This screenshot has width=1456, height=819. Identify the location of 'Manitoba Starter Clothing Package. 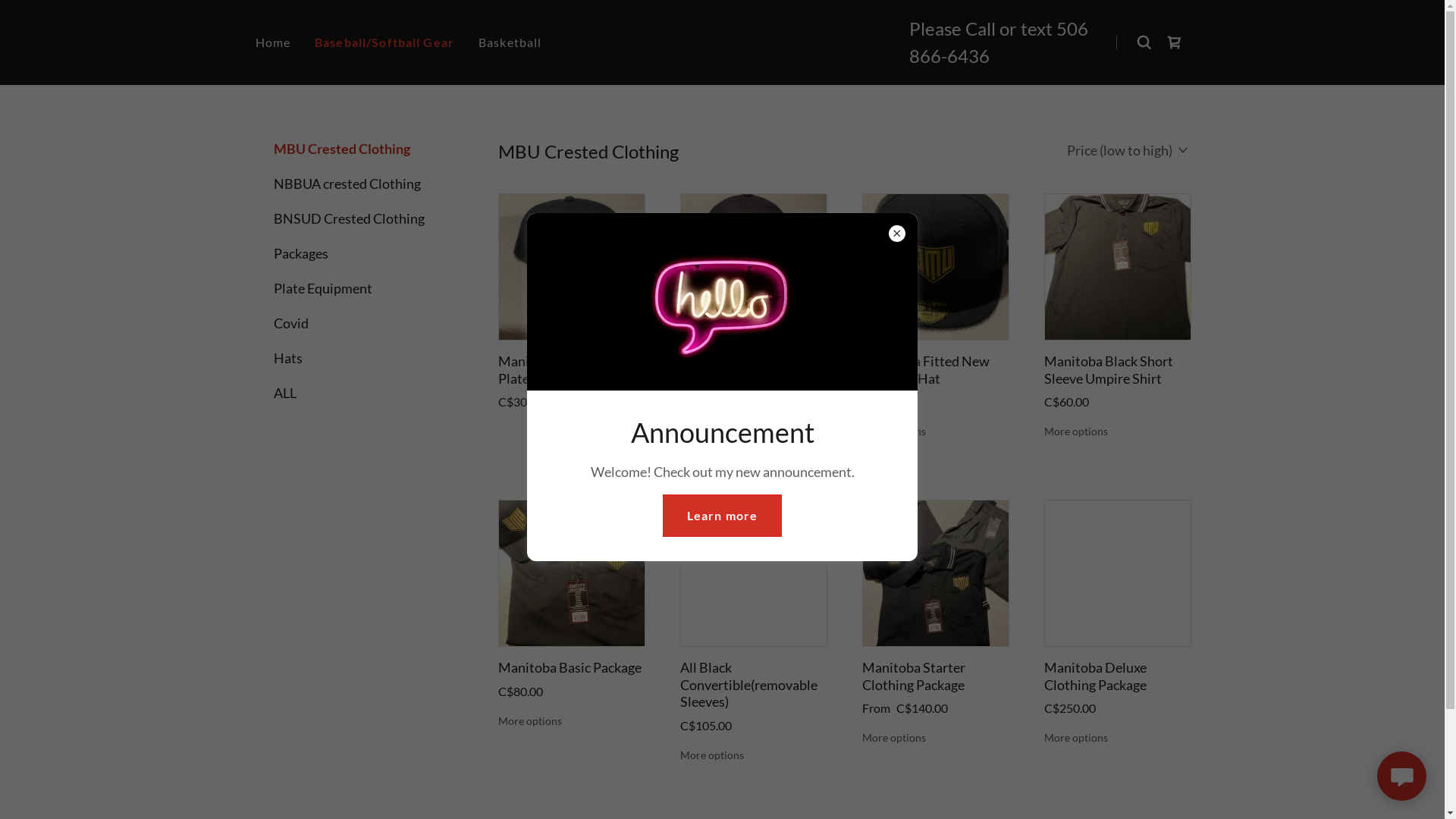
(861, 623).